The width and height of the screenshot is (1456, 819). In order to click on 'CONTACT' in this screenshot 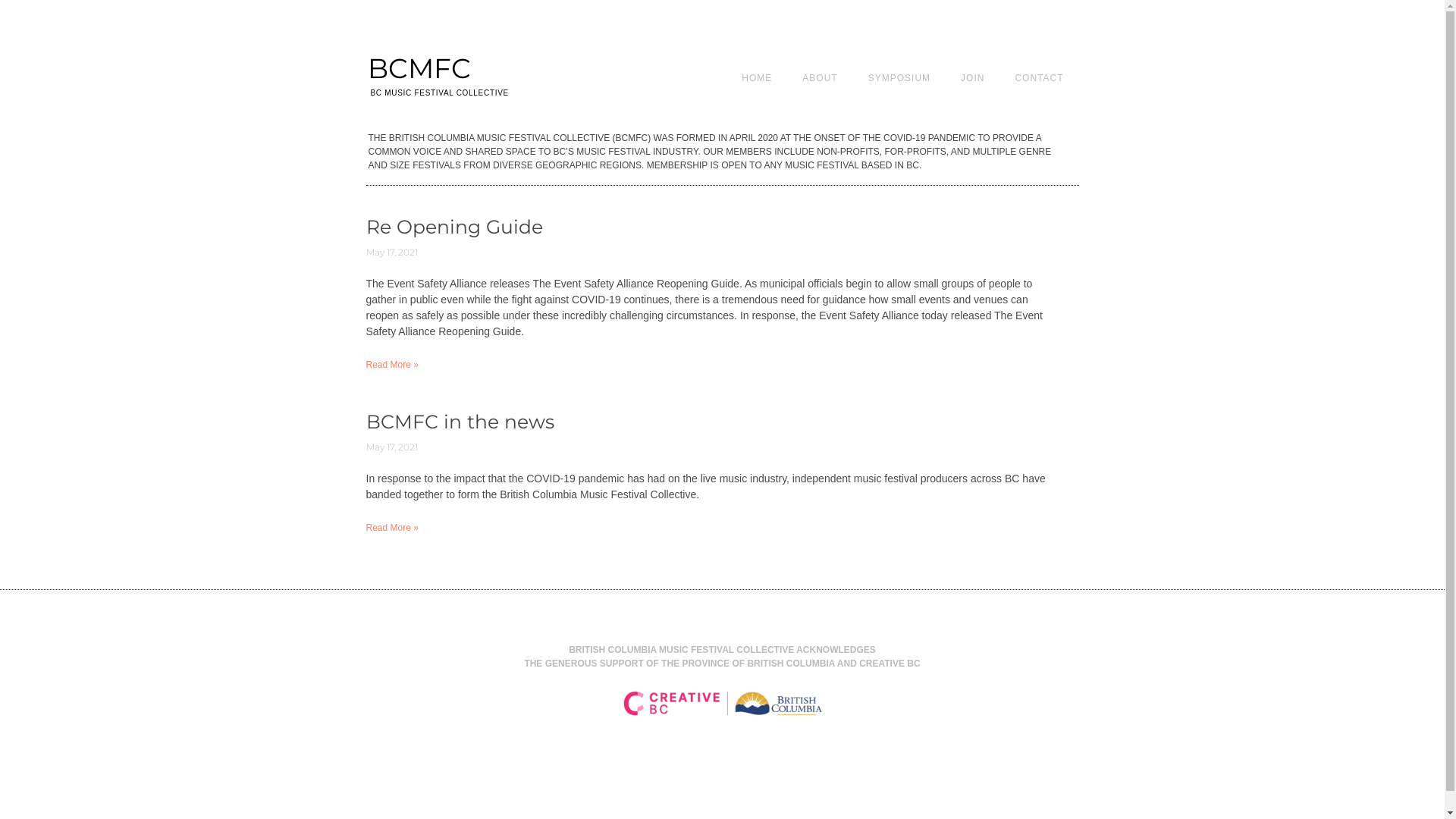, I will do `click(1037, 77)`.